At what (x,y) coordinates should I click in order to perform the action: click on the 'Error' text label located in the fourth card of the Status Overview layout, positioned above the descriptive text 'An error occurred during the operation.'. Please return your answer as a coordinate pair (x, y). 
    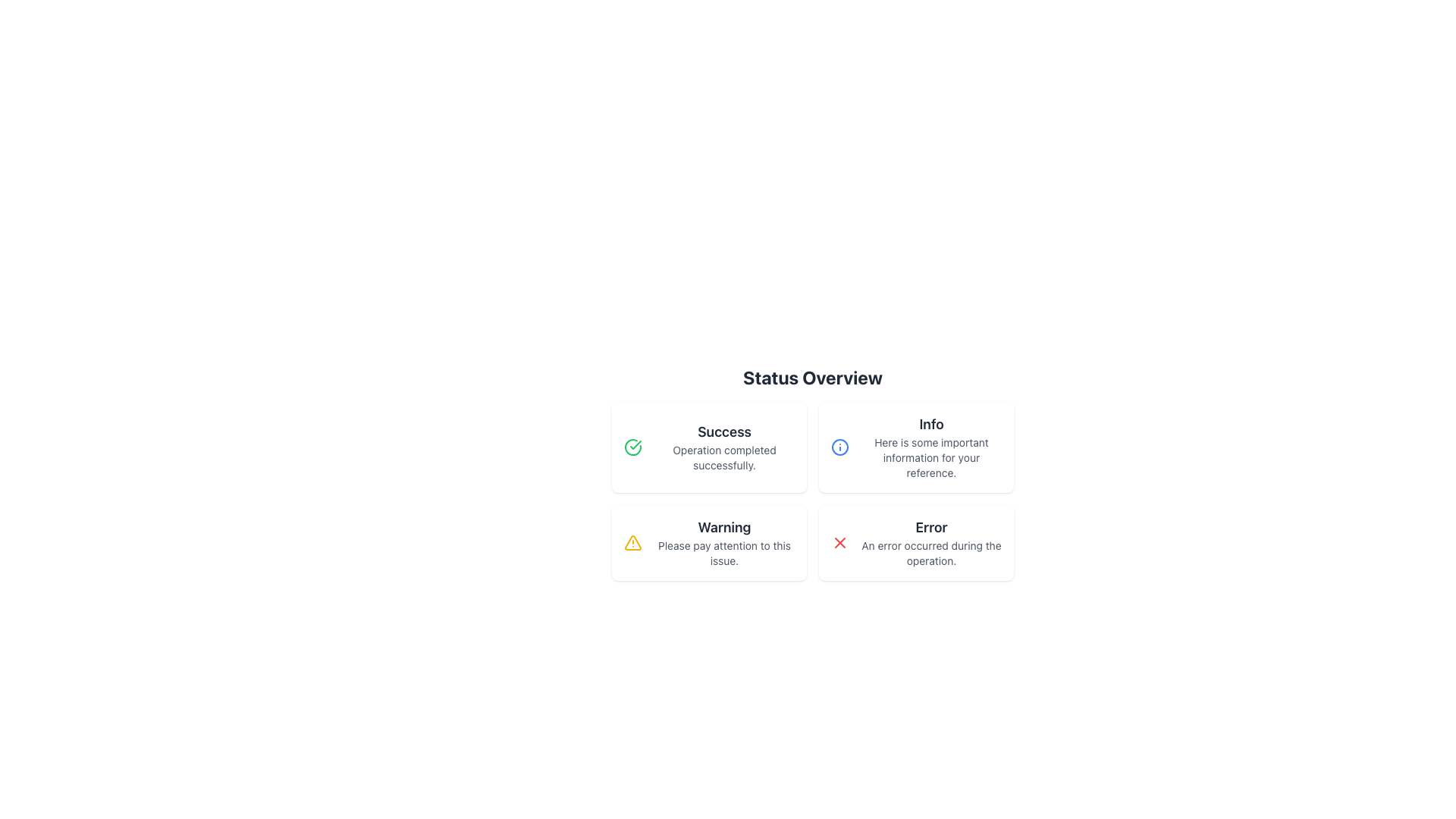
    Looking at the image, I should click on (930, 526).